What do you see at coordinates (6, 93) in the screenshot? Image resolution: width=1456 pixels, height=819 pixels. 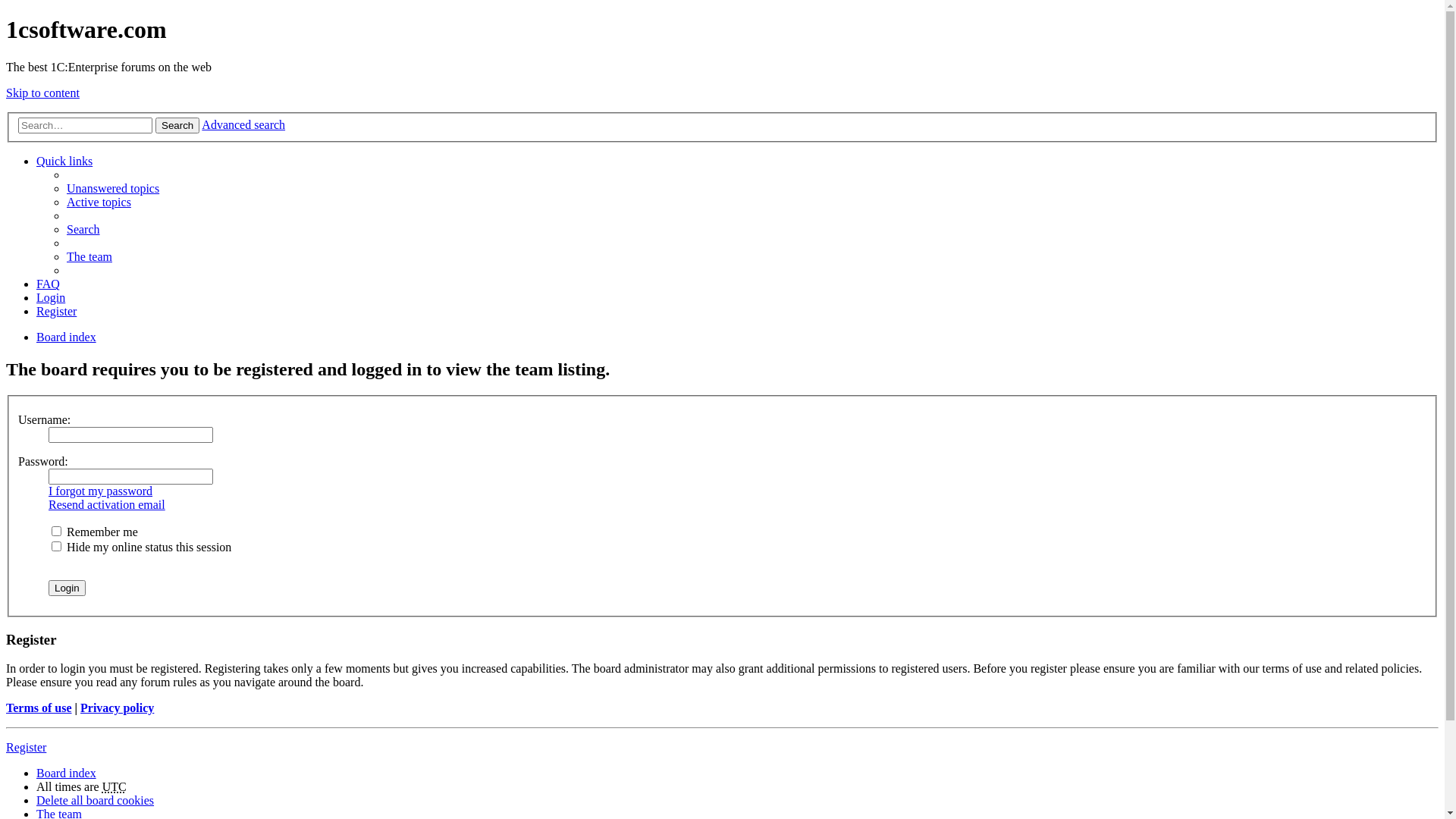 I see `'Skip to content'` at bounding box center [6, 93].